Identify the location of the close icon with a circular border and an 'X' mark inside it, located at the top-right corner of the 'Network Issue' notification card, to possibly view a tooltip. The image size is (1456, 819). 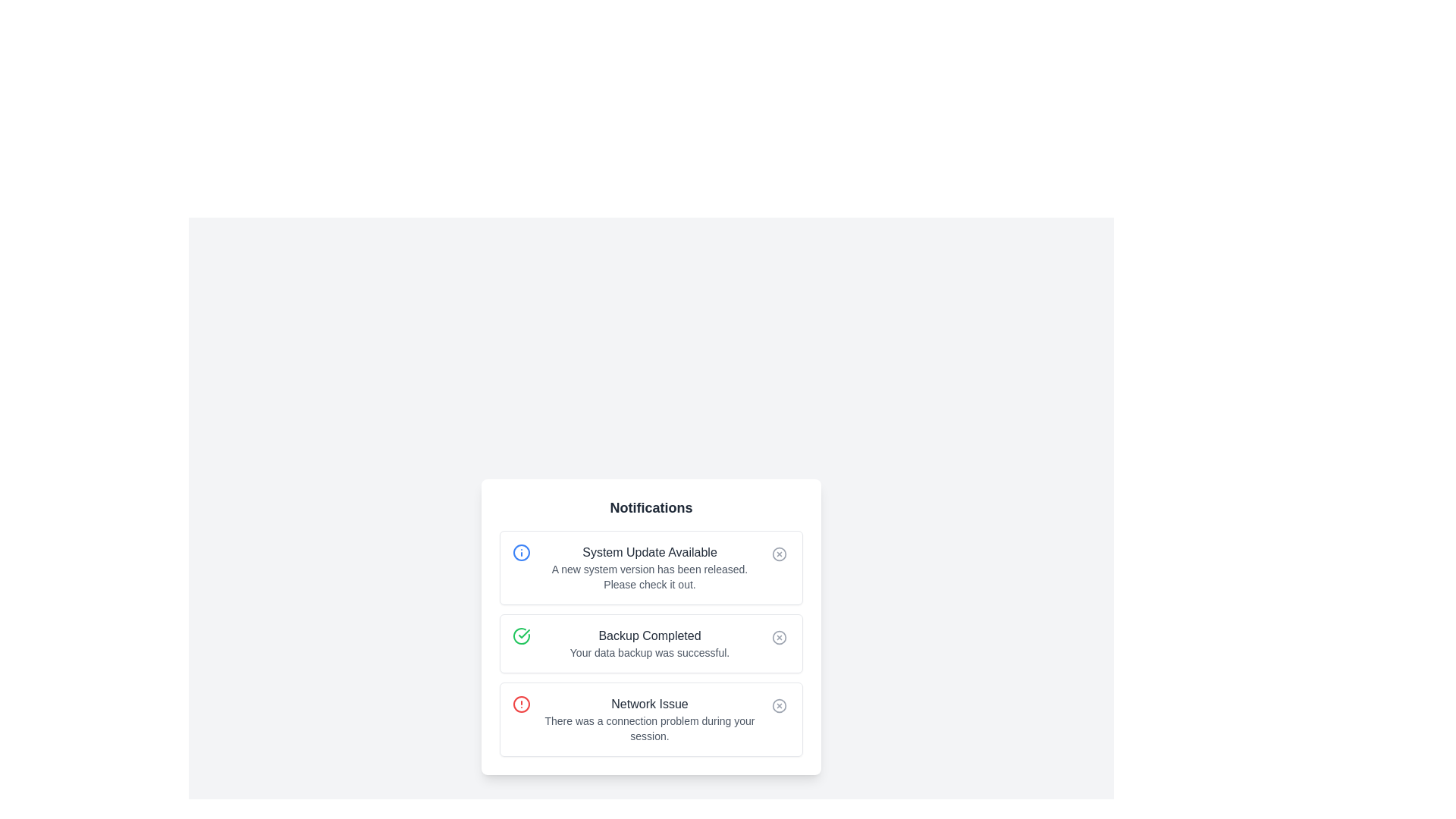
(779, 705).